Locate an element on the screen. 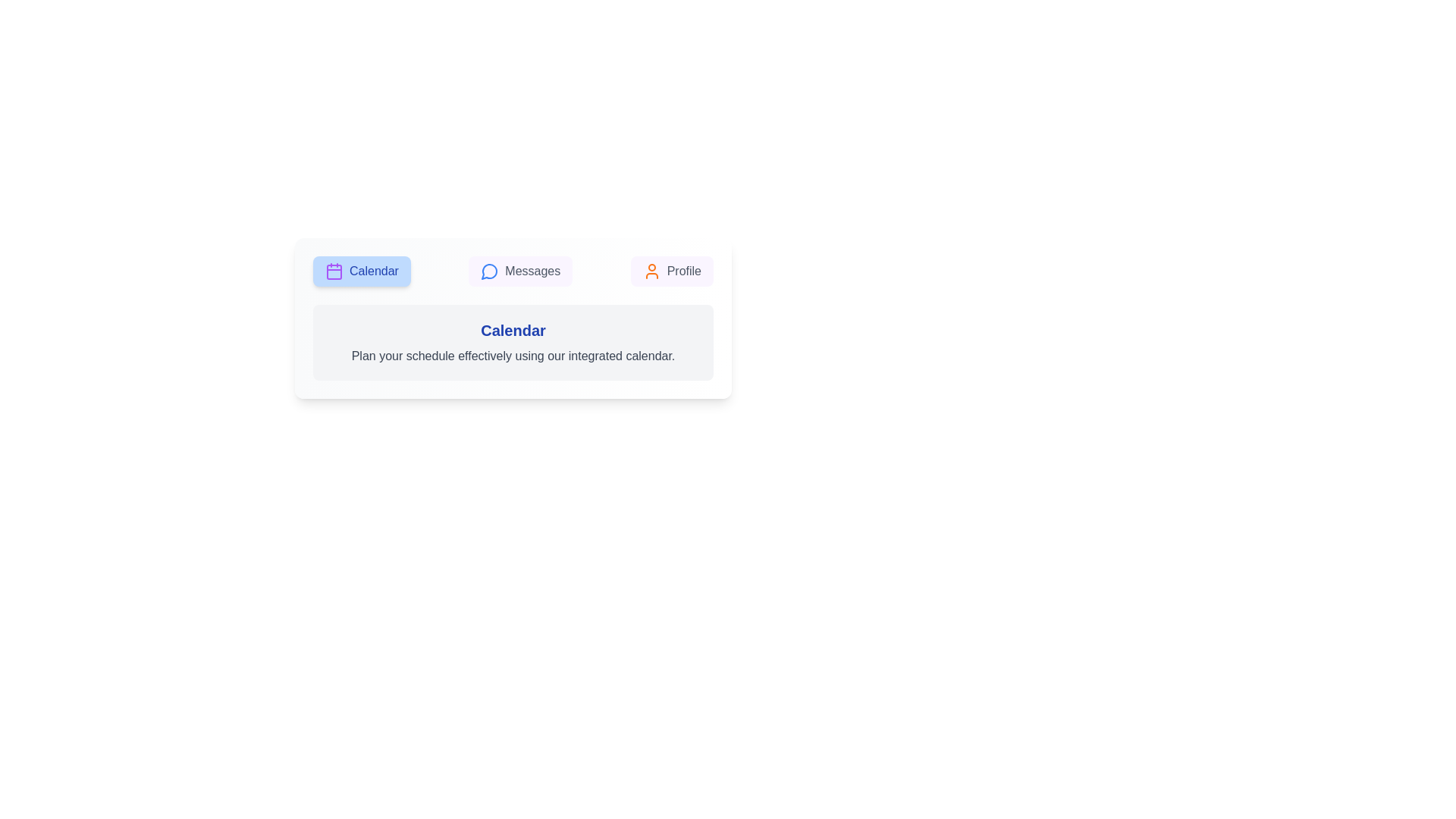 The image size is (1456, 819). the Messages tab by clicking on its button is located at coordinates (520, 271).